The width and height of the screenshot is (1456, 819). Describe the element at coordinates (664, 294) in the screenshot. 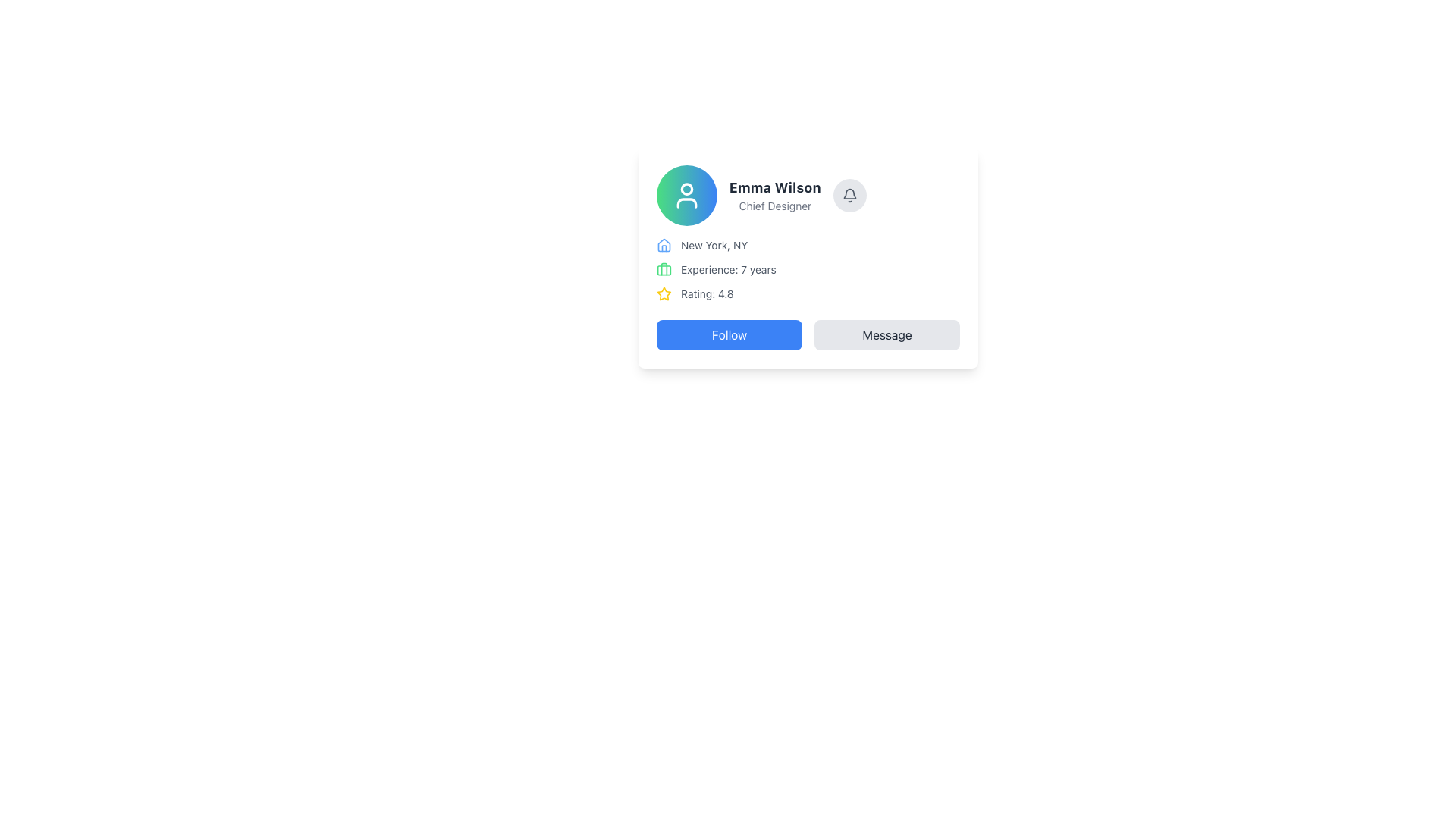

I see `the yellow star icon with a hollow center, which is positioned before the rating score 'Rating: 4.8'` at that location.